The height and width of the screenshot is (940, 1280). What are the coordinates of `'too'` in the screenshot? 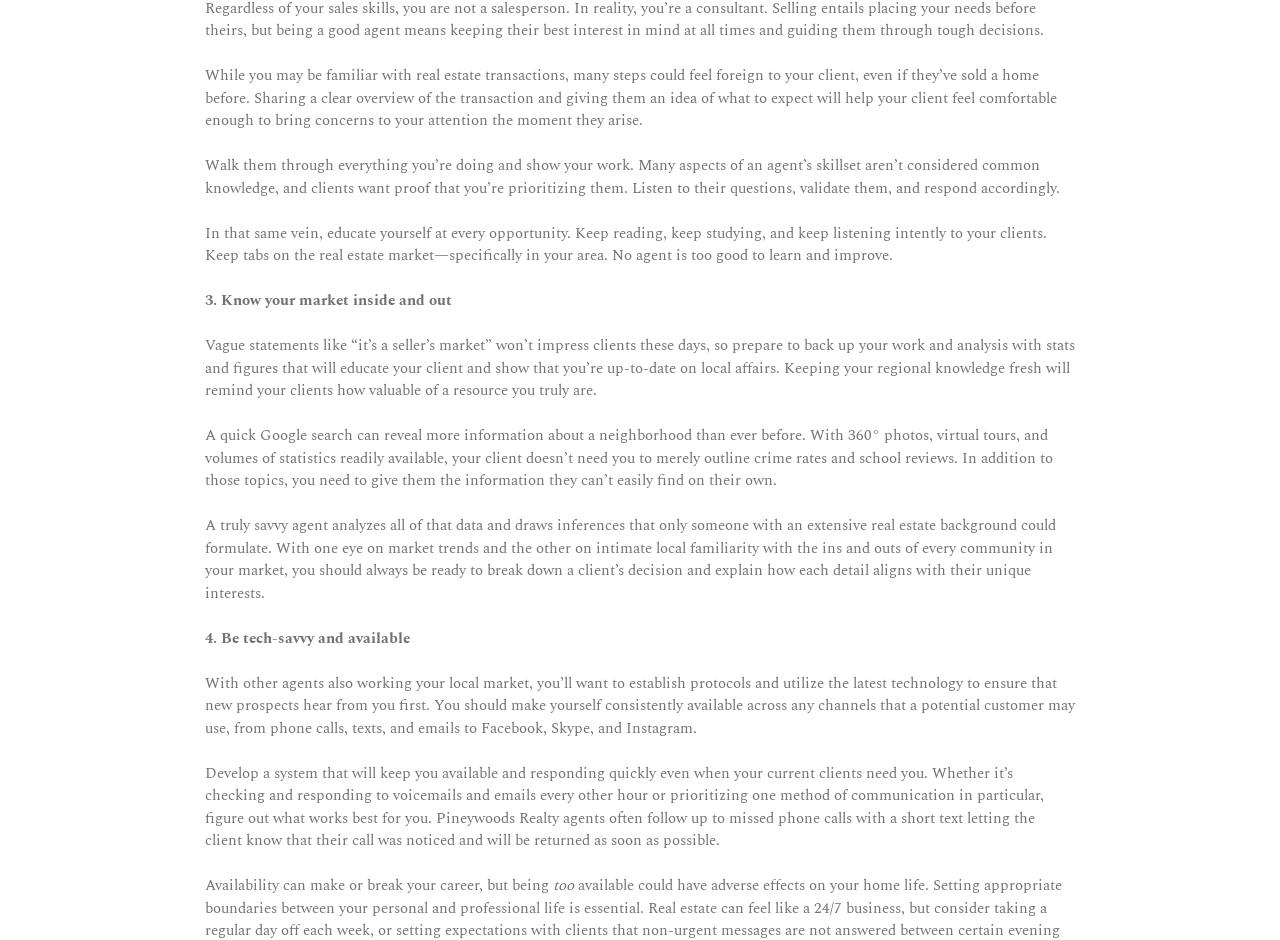 It's located at (562, 885).